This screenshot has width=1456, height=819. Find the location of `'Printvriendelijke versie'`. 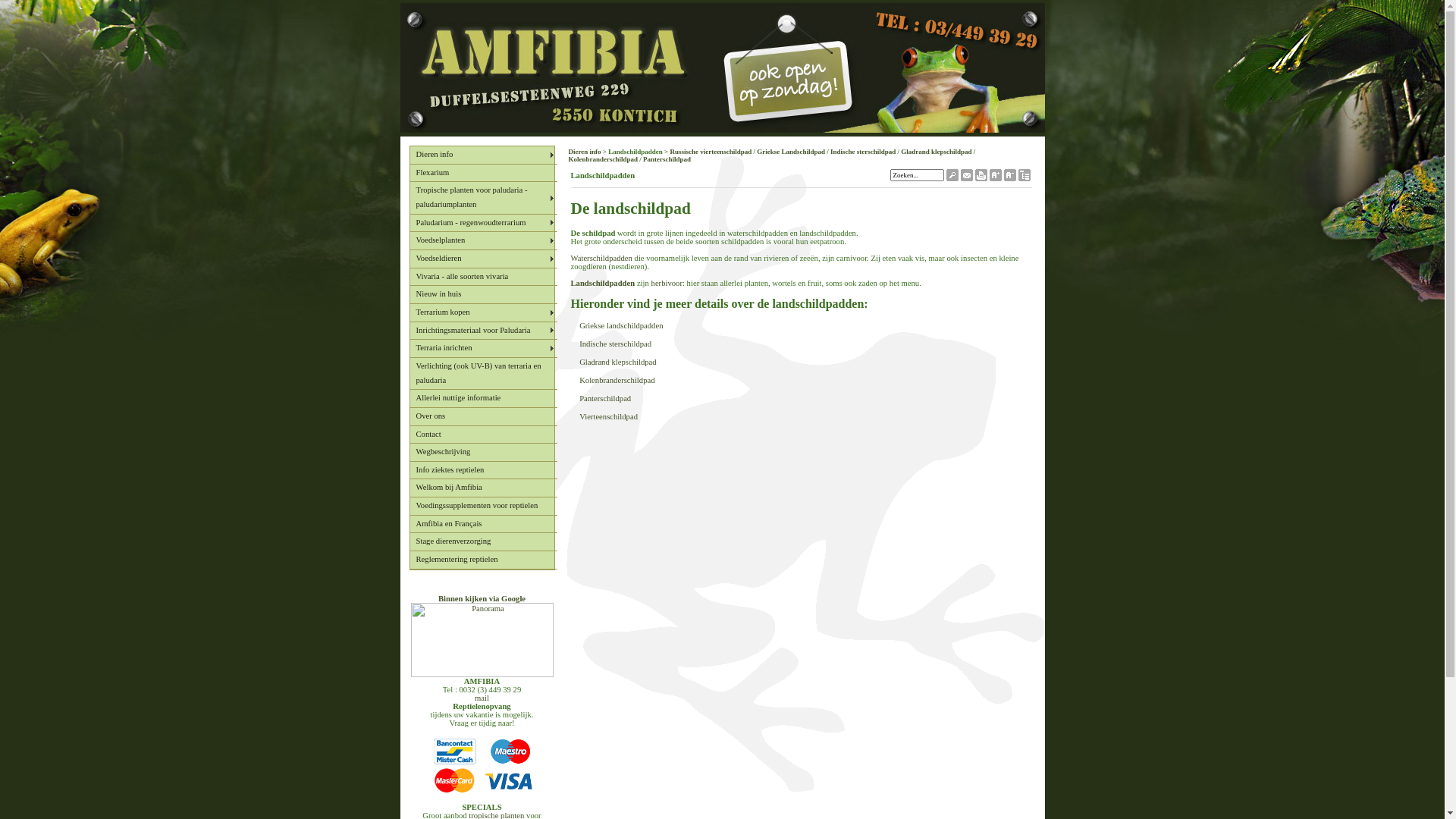

'Printvriendelijke versie' is located at coordinates (981, 177).